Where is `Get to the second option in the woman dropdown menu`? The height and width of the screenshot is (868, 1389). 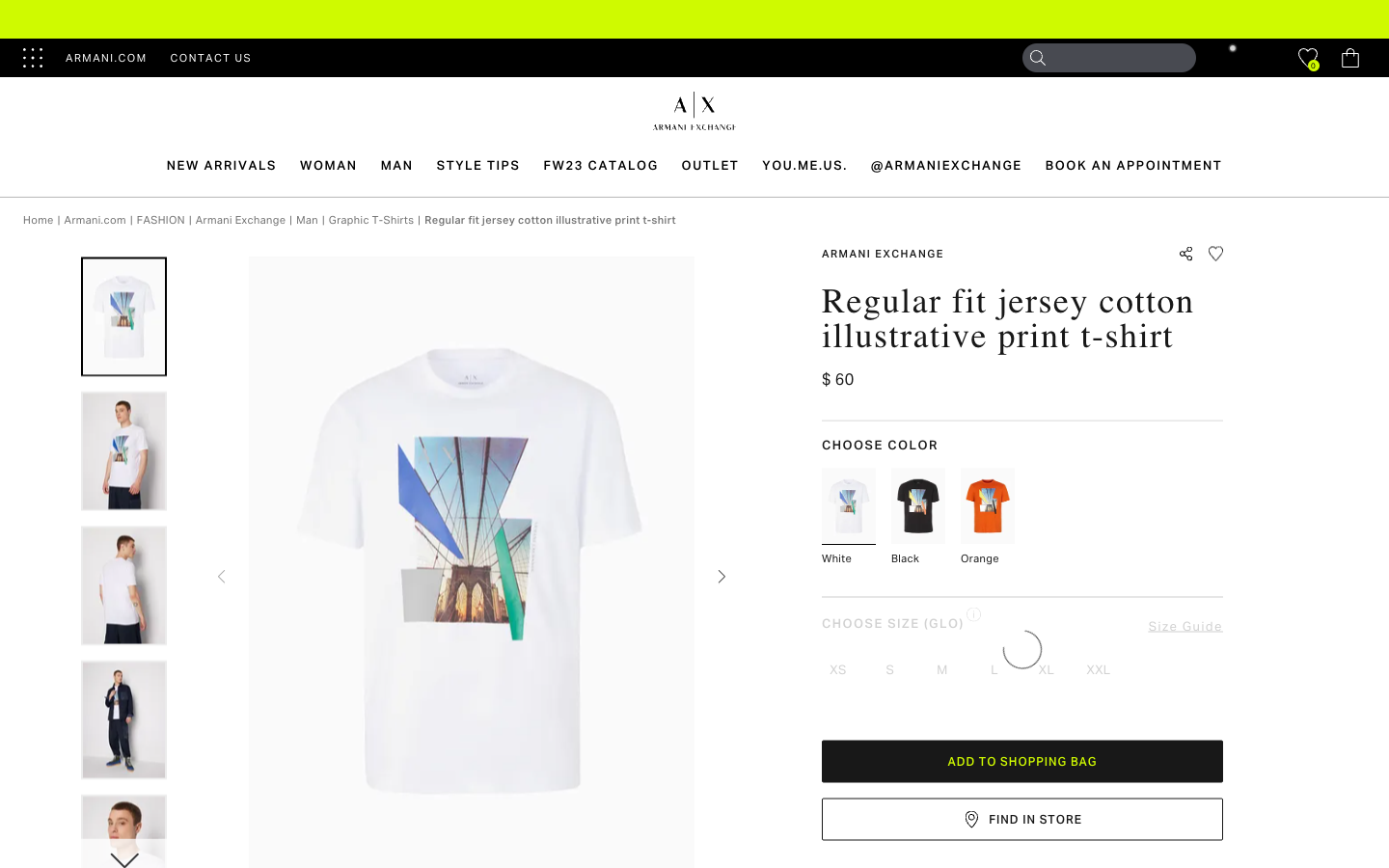 Get to the second option in the woman dropdown menu is located at coordinates (473649, 148862).